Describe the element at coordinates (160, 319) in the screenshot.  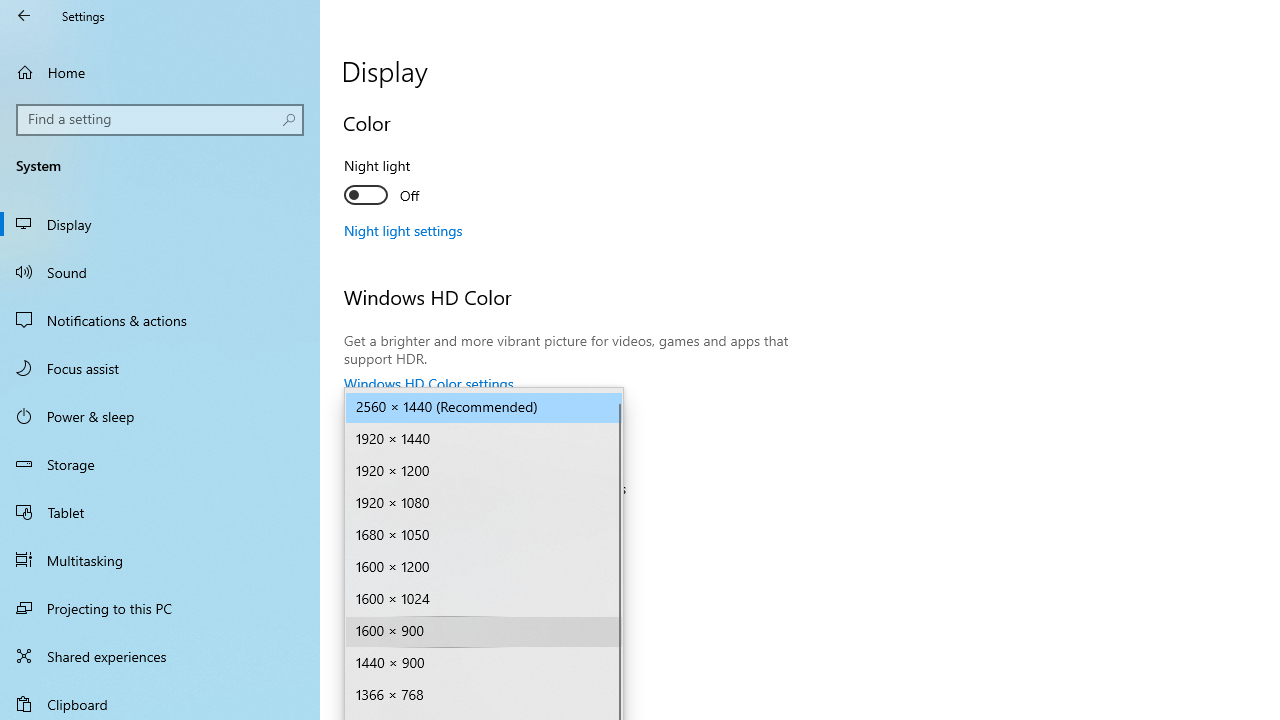
I see `'Notifications & actions'` at that location.